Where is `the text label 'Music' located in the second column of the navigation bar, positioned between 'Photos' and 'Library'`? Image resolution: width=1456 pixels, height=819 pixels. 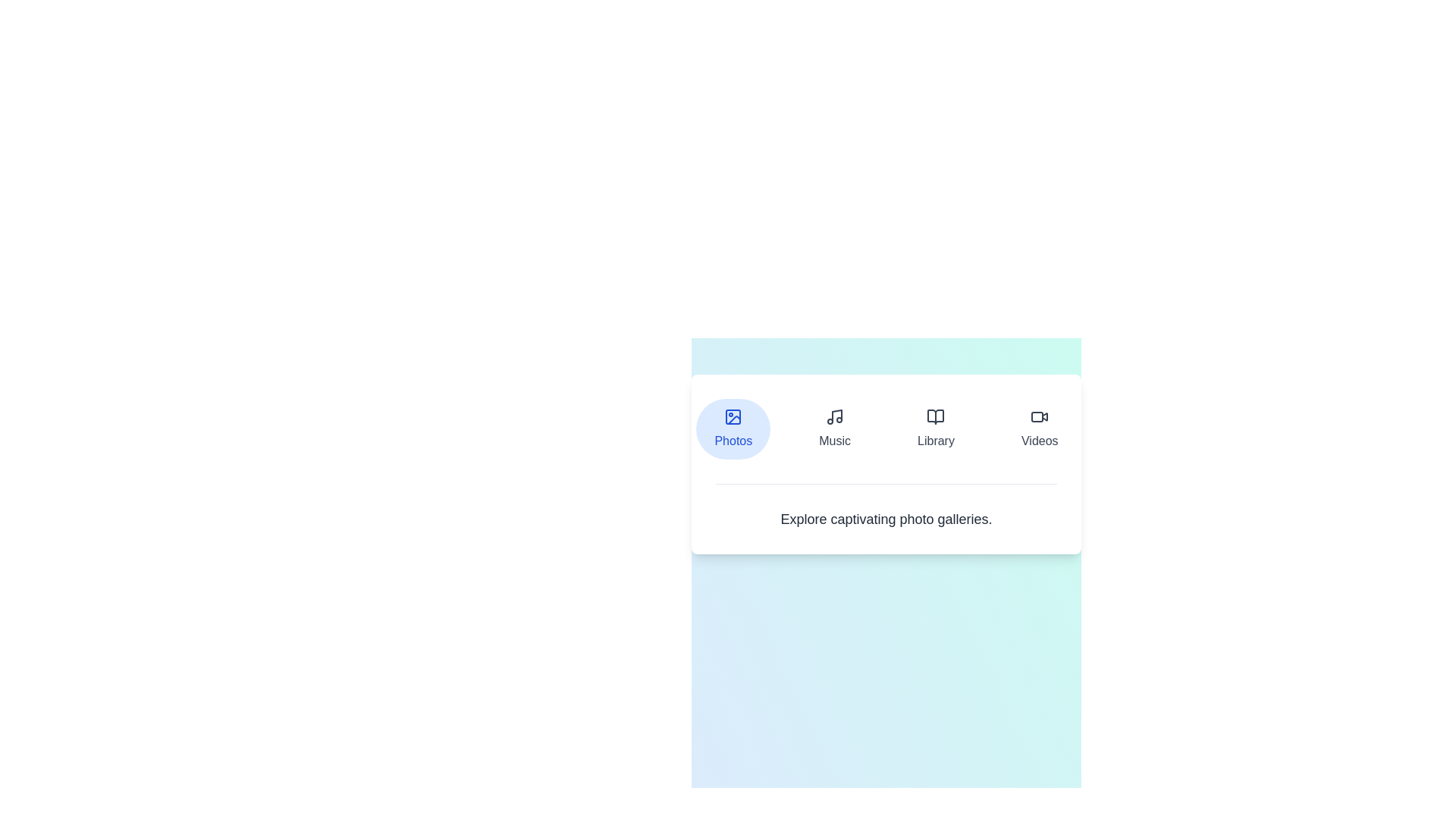 the text label 'Music' located in the second column of the navigation bar, positioned between 'Photos' and 'Library' is located at coordinates (834, 441).